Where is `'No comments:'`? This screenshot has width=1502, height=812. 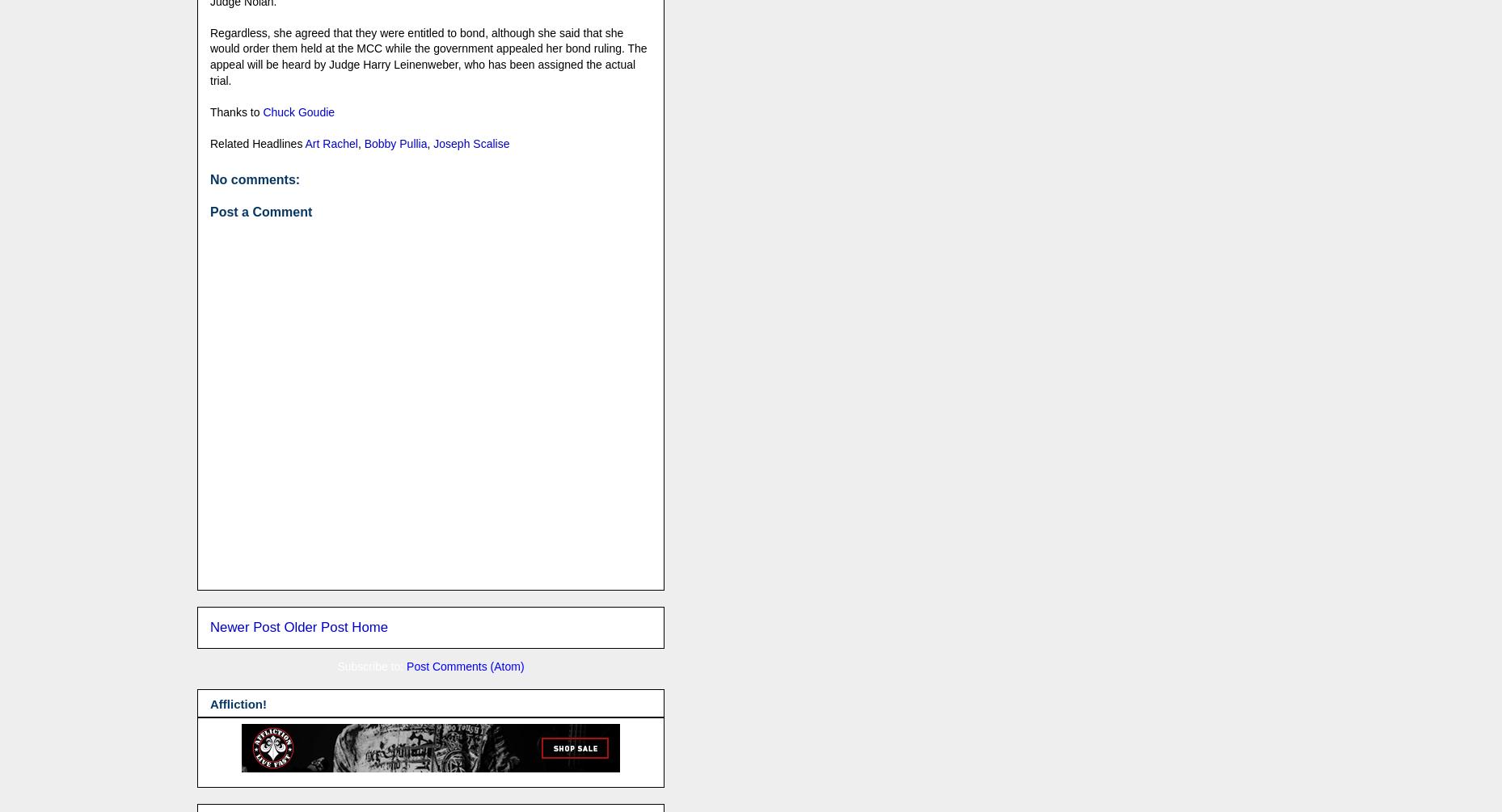 'No comments:' is located at coordinates (209, 179).